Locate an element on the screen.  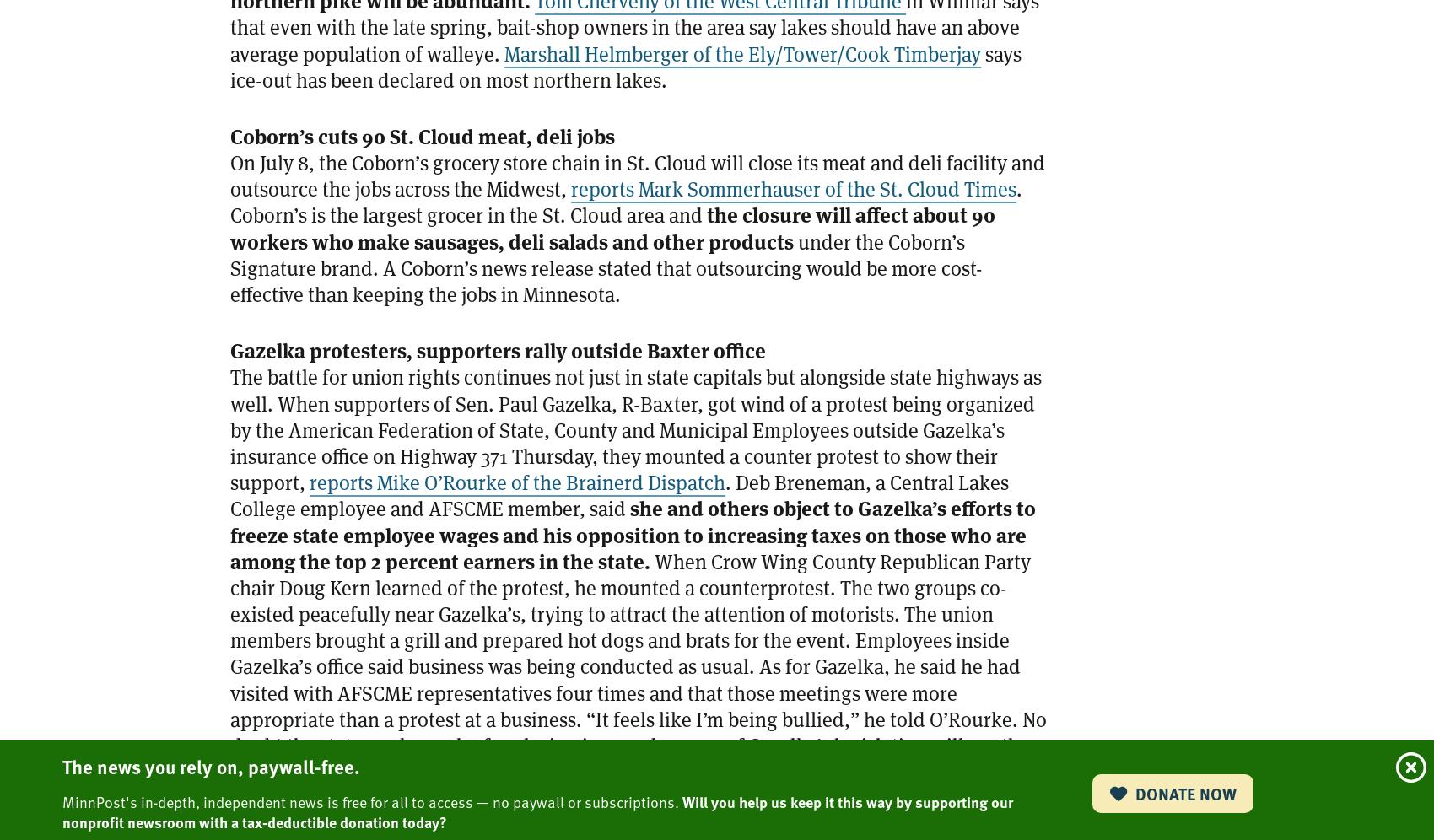
'DONATE NOW' is located at coordinates (1183, 793).